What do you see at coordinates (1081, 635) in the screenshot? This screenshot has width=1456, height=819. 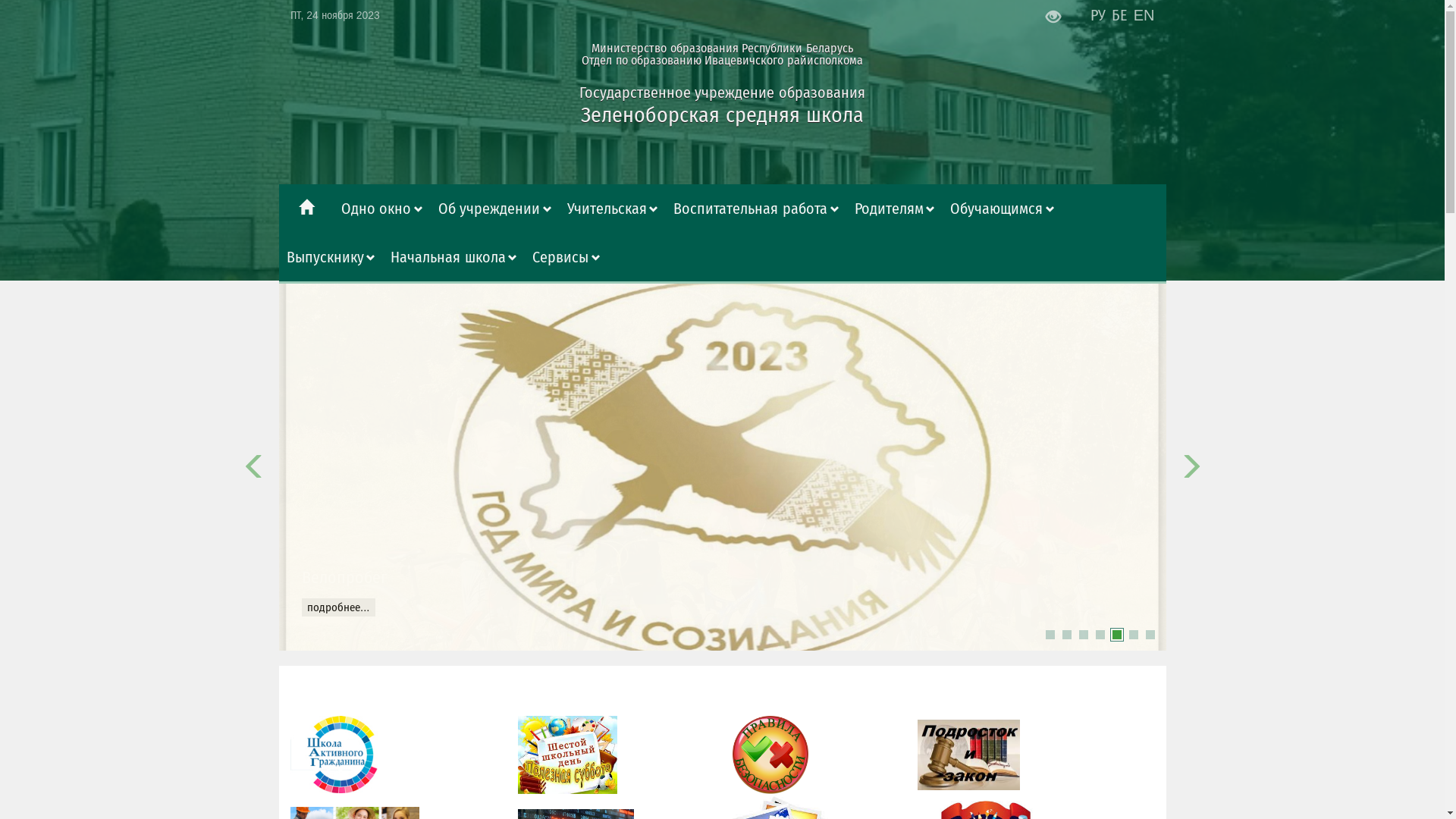 I see `'3'` at bounding box center [1081, 635].